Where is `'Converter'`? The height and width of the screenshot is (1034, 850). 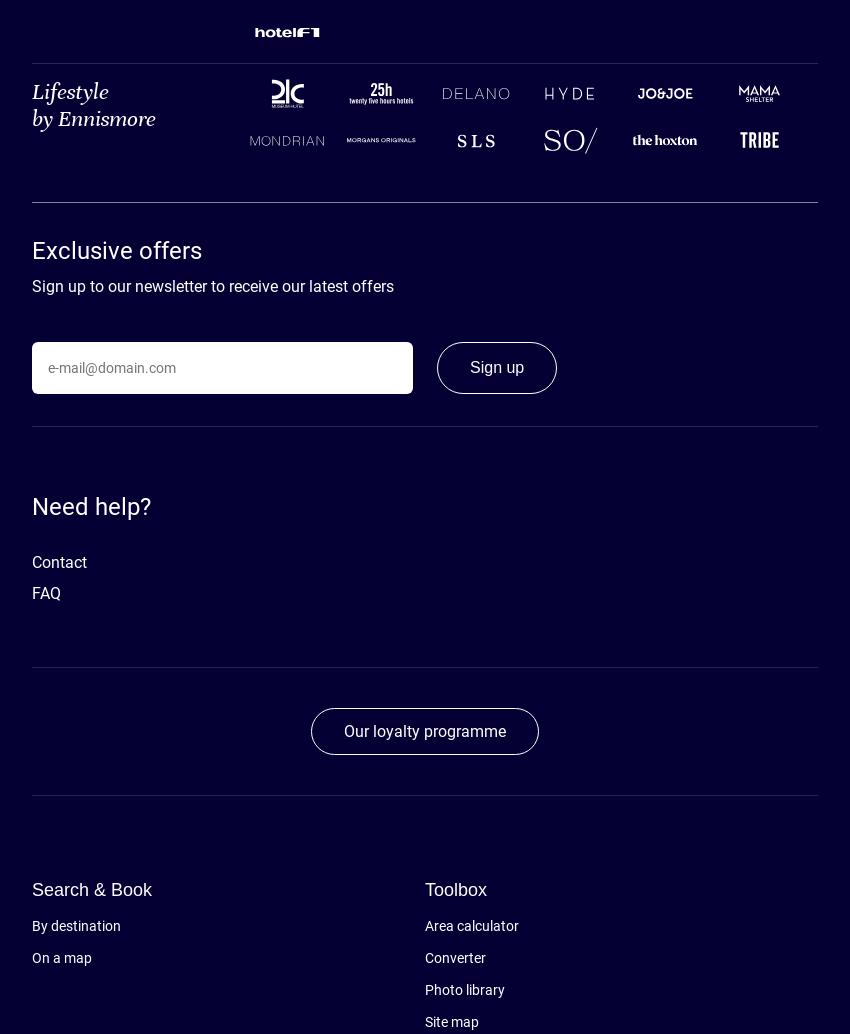 'Converter' is located at coordinates (454, 957).